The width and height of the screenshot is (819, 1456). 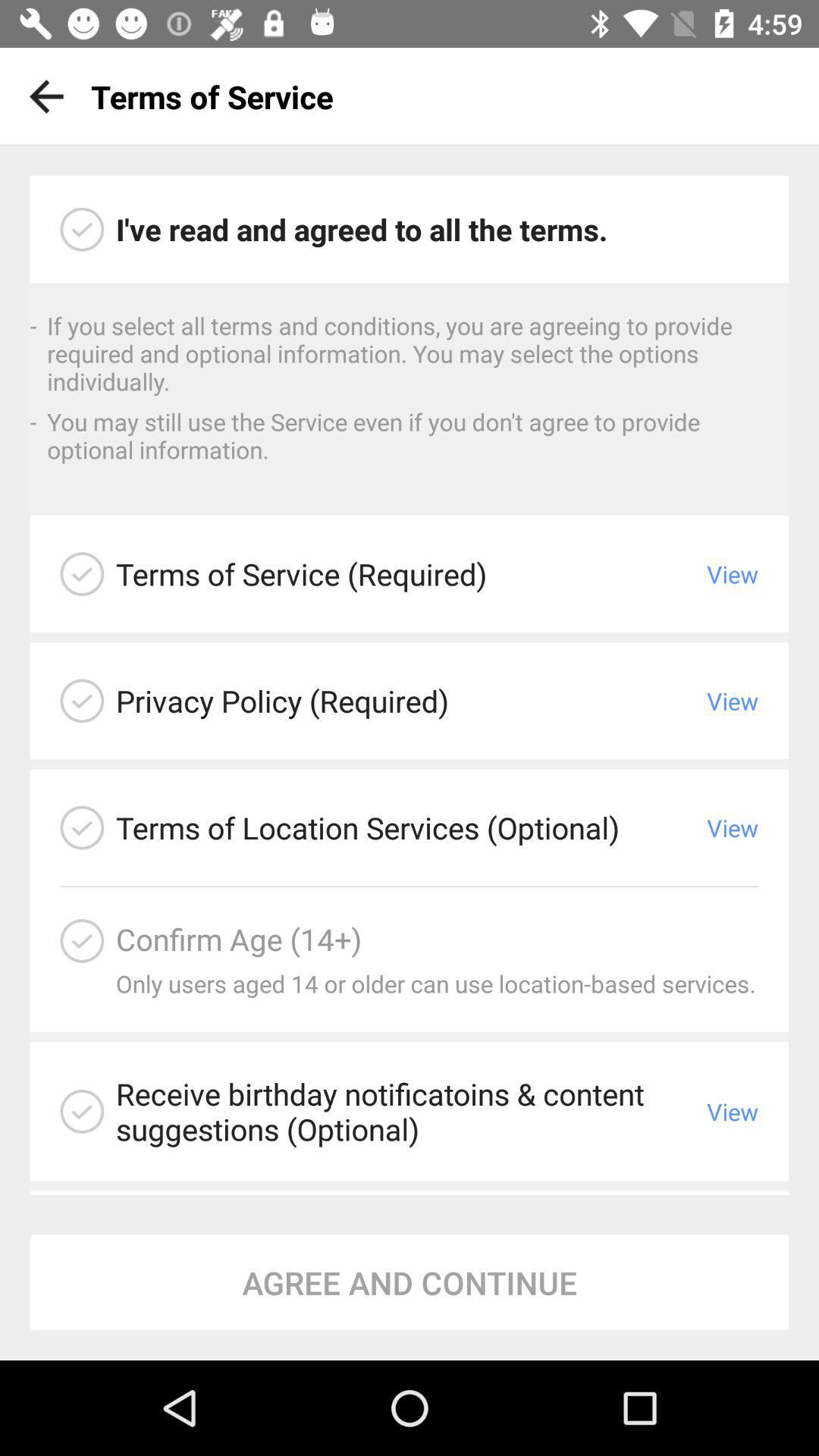 I want to click on privacy policy, so click(x=82, y=700).